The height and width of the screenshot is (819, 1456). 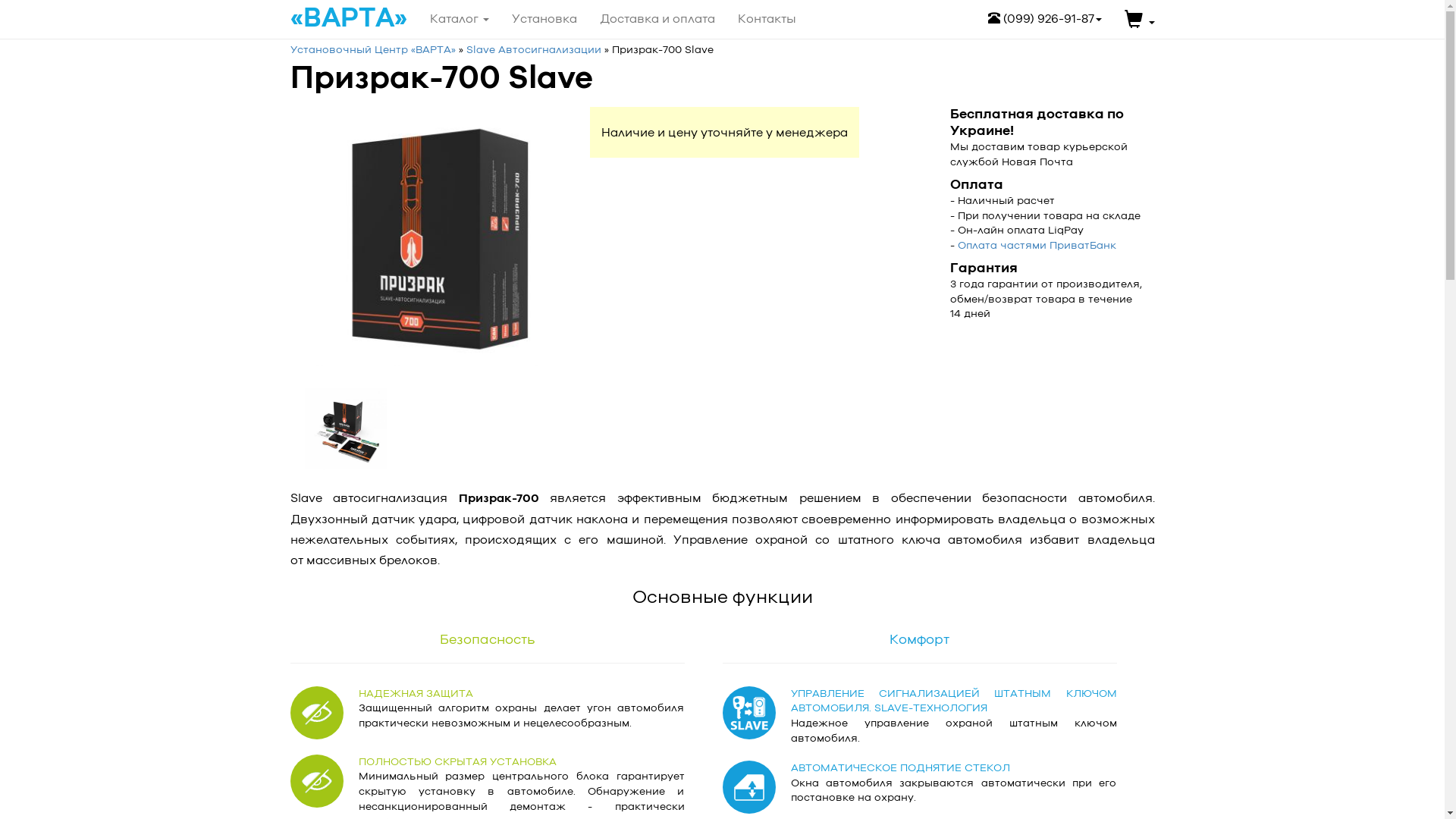 What do you see at coordinates (1043, 18) in the screenshot?
I see `'(099) 926-91-87'` at bounding box center [1043, 18].